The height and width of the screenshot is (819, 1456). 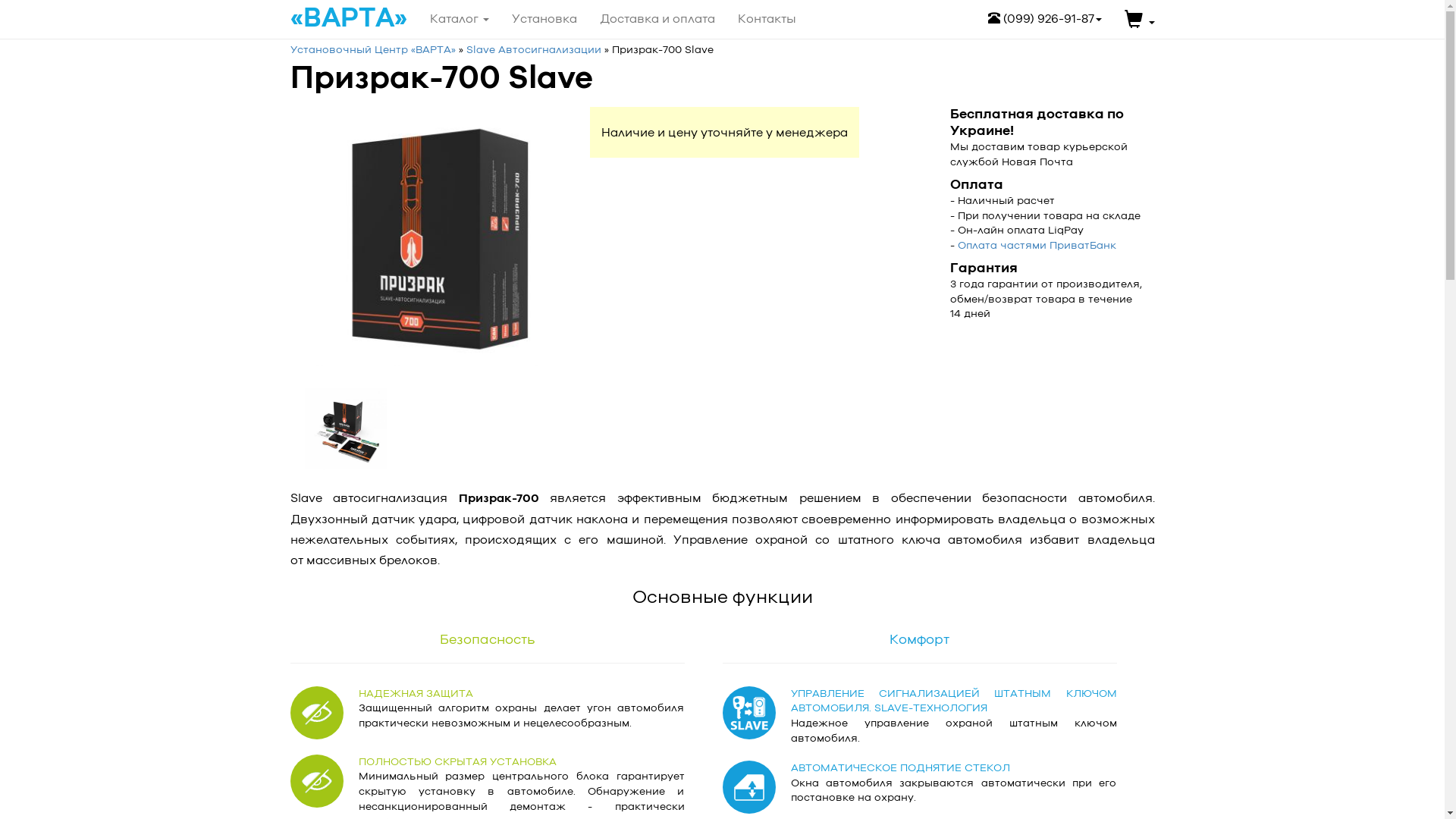 What do you see at coordinates (1043, 18) in the screenshot?
I see `'(099) 926-91-87'` at bounding box center [1043, 18].